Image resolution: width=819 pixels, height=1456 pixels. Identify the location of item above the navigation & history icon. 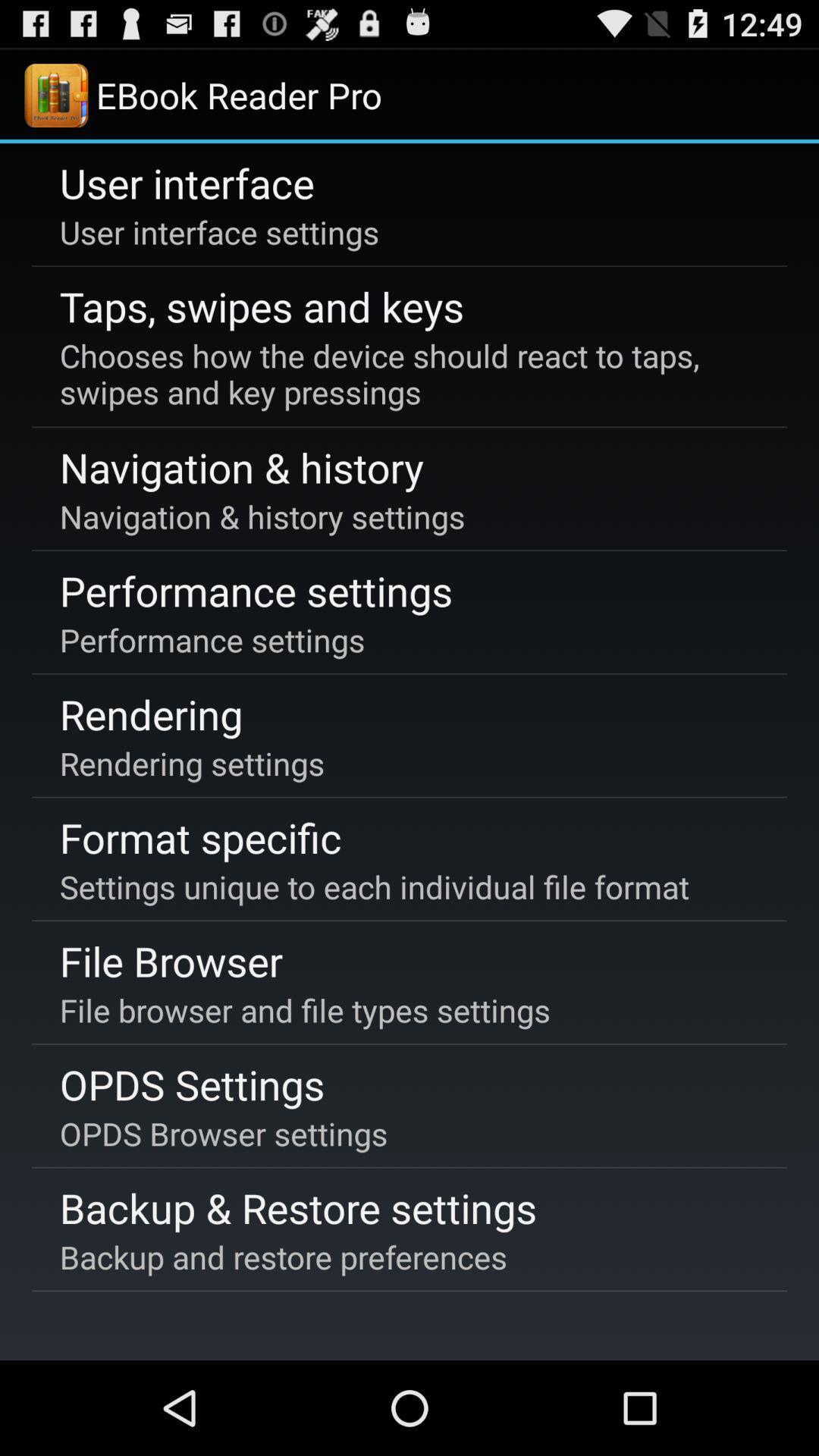
(406, 374).